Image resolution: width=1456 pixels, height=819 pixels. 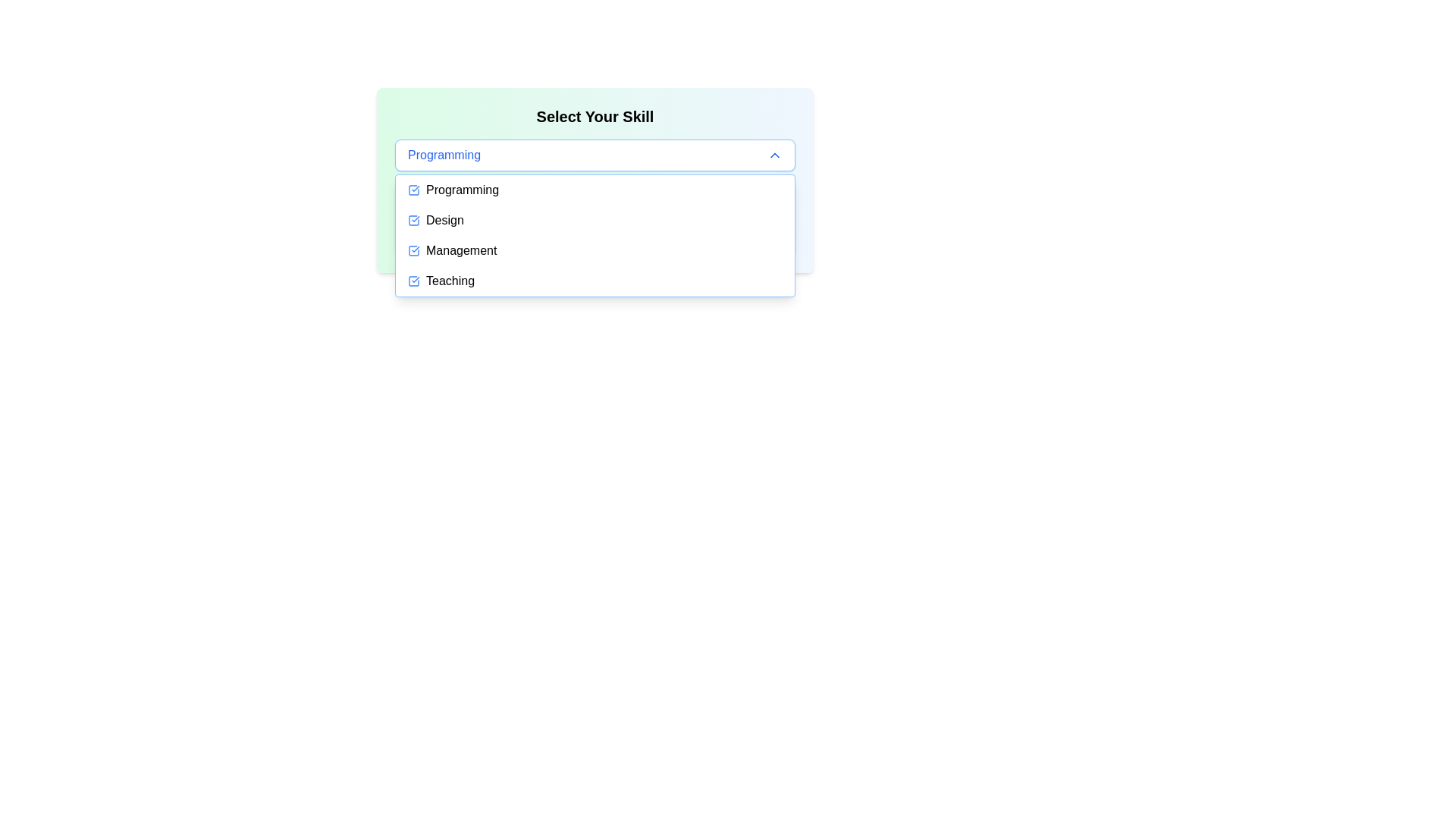 What do you see at coordinates (414, 189) in the screenshot?
I see `the checkbox icon with a blue outline located to the left of the 'Programming' text` at bounding box center [414, 189].